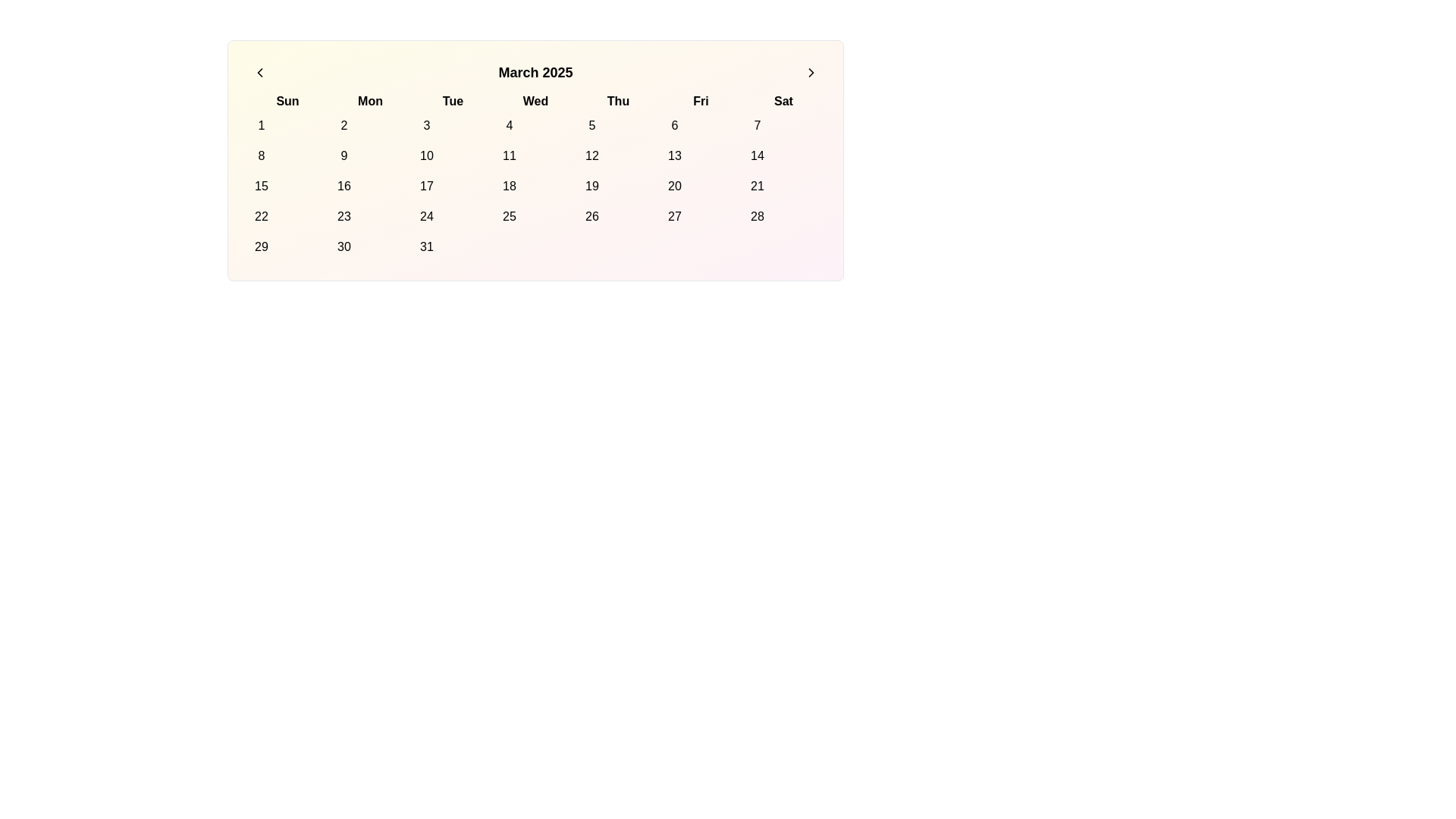 The height and width of the screenshot is (819, 1456). What do you see at coordinates (510, 124) in the screenshot?
I see `the button that allows users to select the date associated with '4' in the Wednesday column of the first week of the calendar` at bounding box center [510, 124].